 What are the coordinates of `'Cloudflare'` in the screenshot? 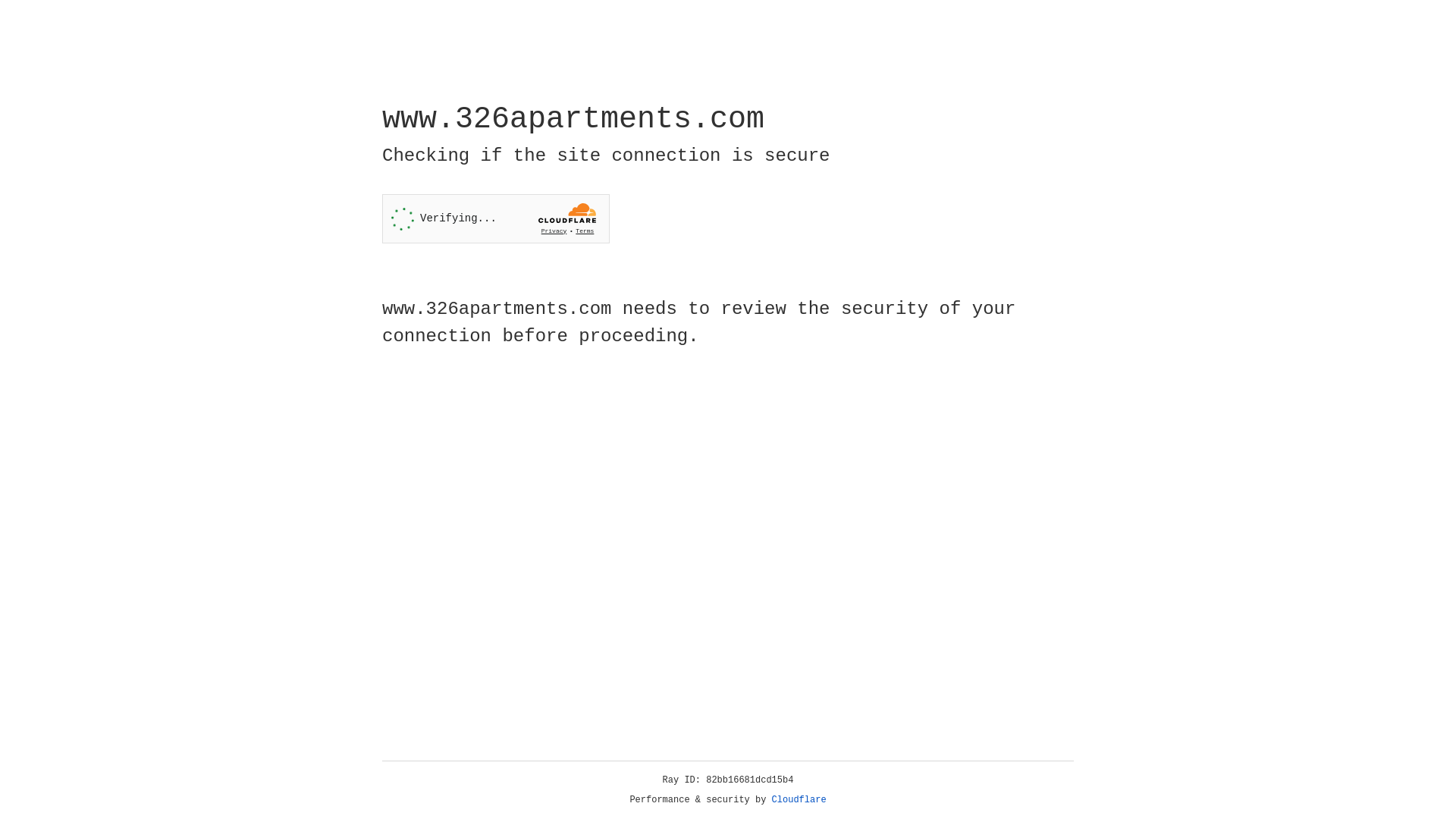 It's located at (799, 799).